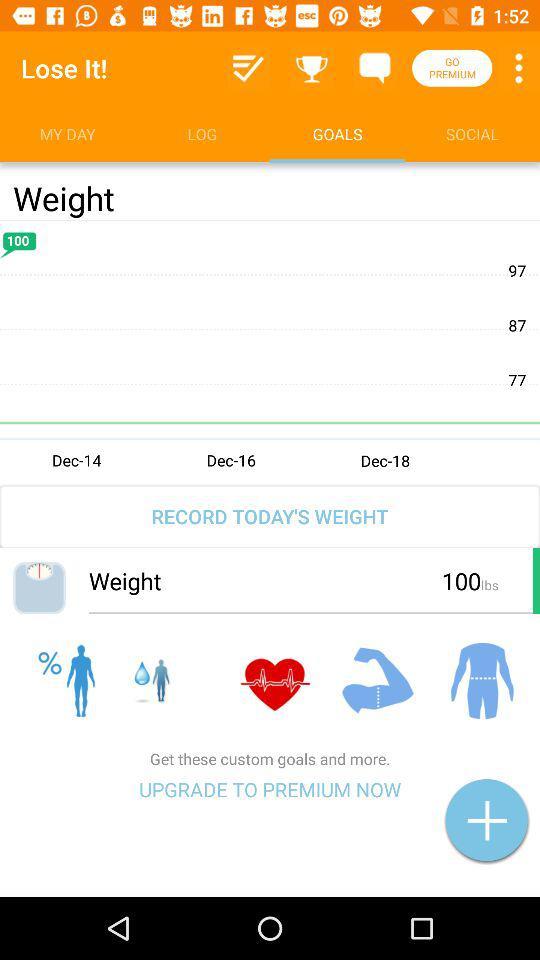  Describe the element at coordinates (270, 515) in the screenshot. I see `the record today s item` at that location.